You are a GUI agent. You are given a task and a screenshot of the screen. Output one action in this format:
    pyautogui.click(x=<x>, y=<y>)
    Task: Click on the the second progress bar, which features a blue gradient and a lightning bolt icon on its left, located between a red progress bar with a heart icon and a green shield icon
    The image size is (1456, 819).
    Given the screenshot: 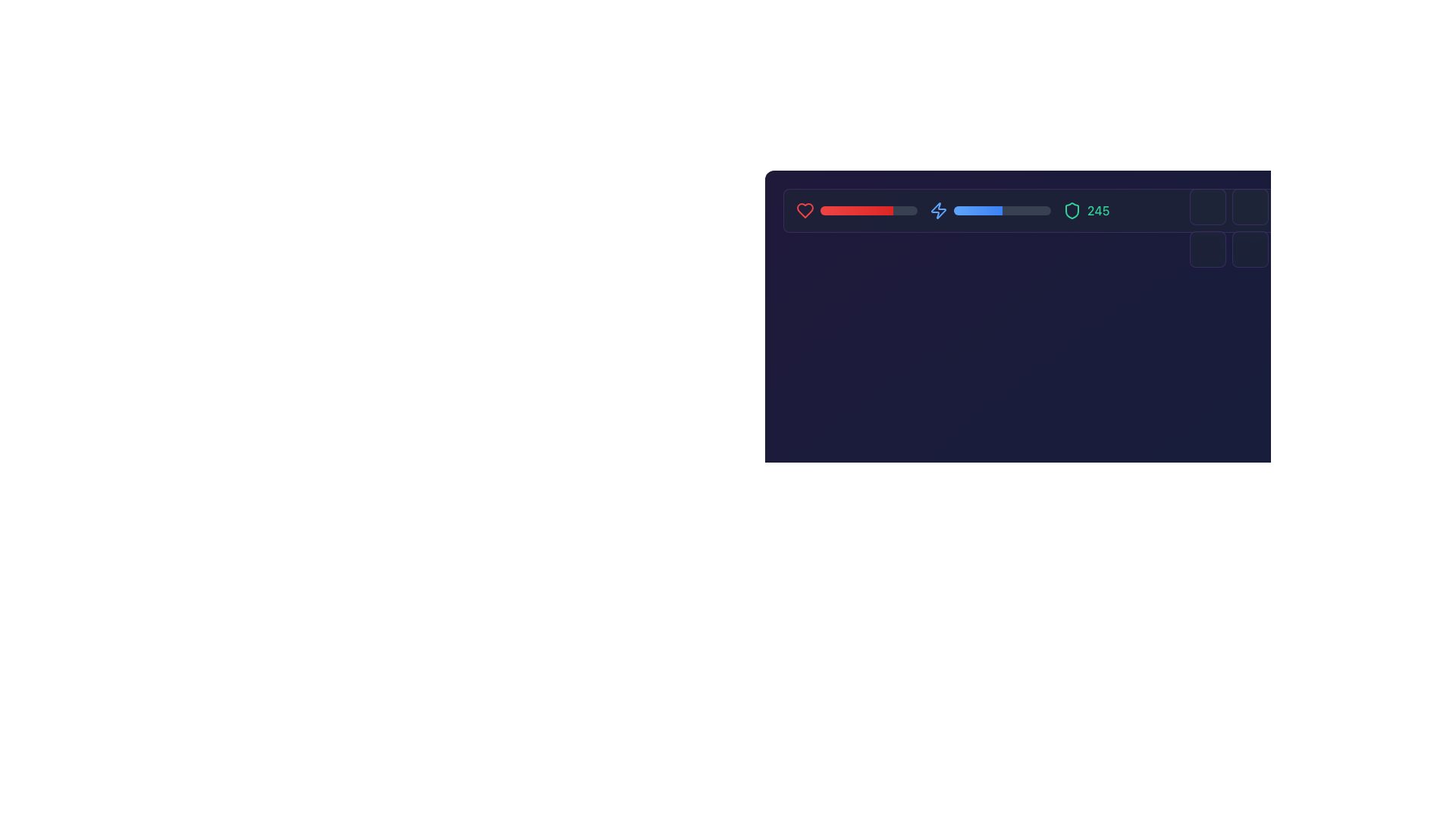 What is the action you would take?
    pyautogui.click(x=990, y=210)
    